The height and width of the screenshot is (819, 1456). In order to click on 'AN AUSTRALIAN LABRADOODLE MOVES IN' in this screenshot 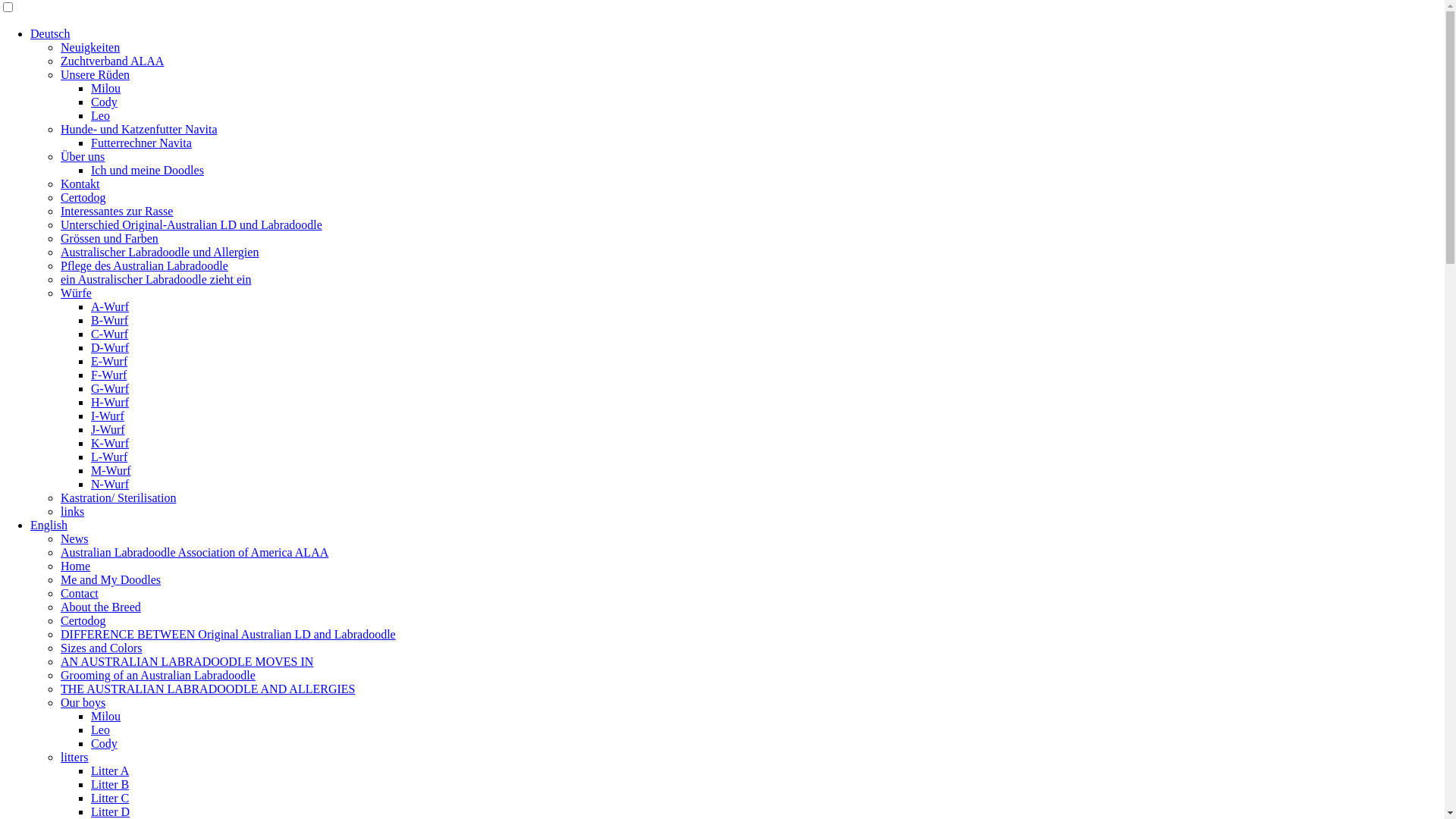, I will do `click(186, 661)`.